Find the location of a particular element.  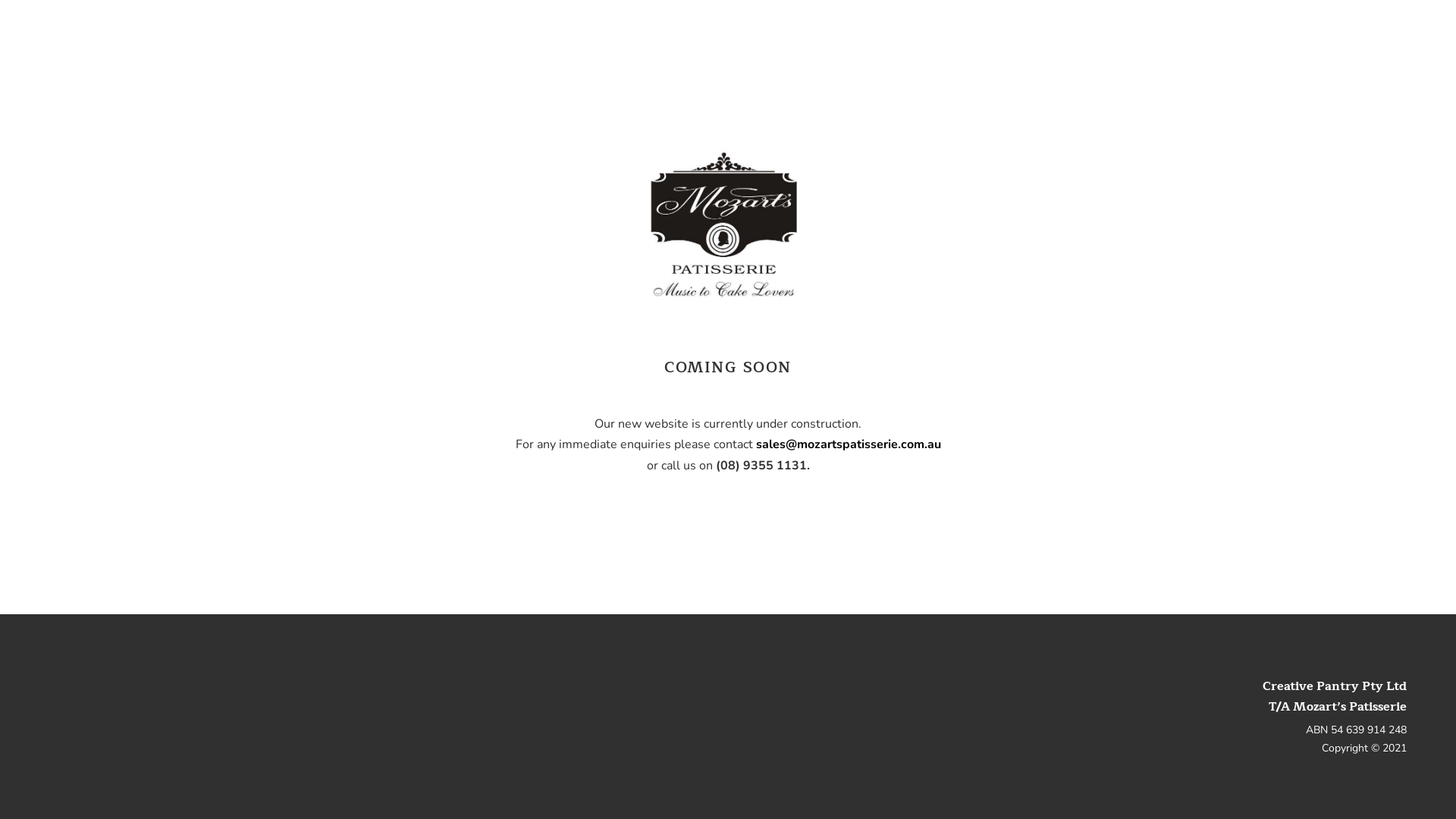

'sales@mozartspatisserie.com.au' is located at coordinates (755, 444).